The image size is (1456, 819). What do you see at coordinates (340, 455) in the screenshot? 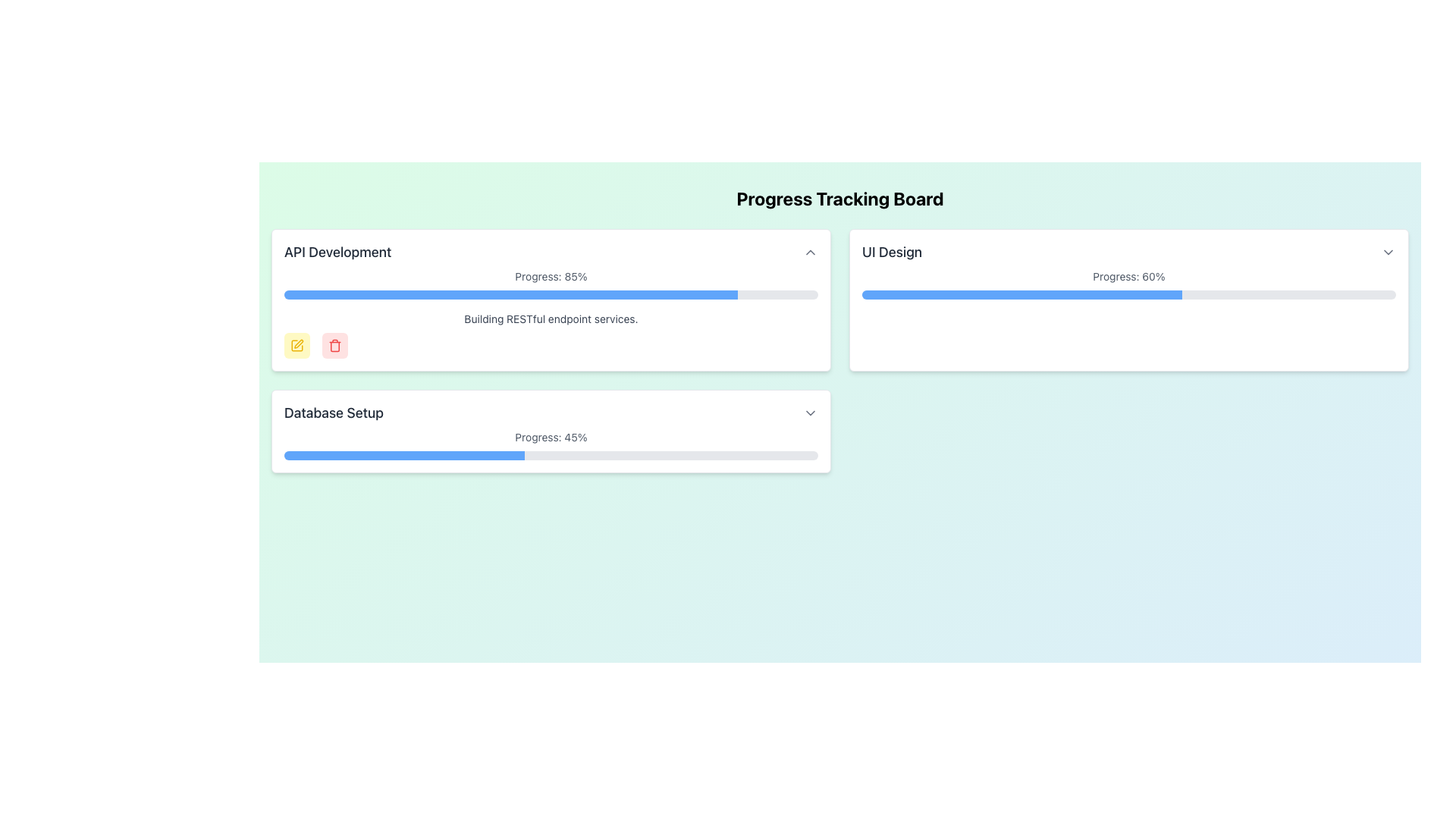
I see `the progress bar` at bounding box center [340, 455].